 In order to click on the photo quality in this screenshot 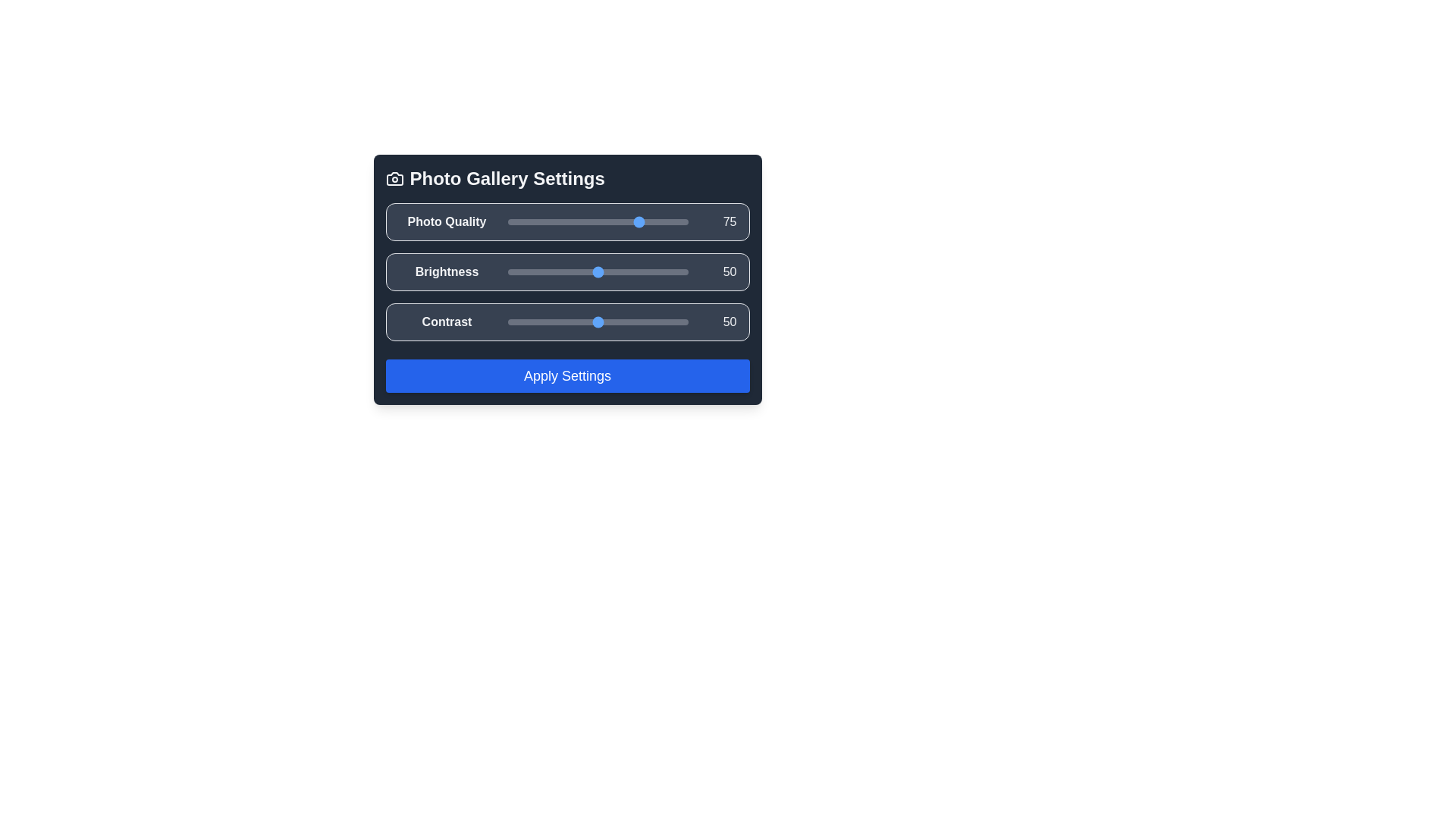, I will do `click(642, 222)`.